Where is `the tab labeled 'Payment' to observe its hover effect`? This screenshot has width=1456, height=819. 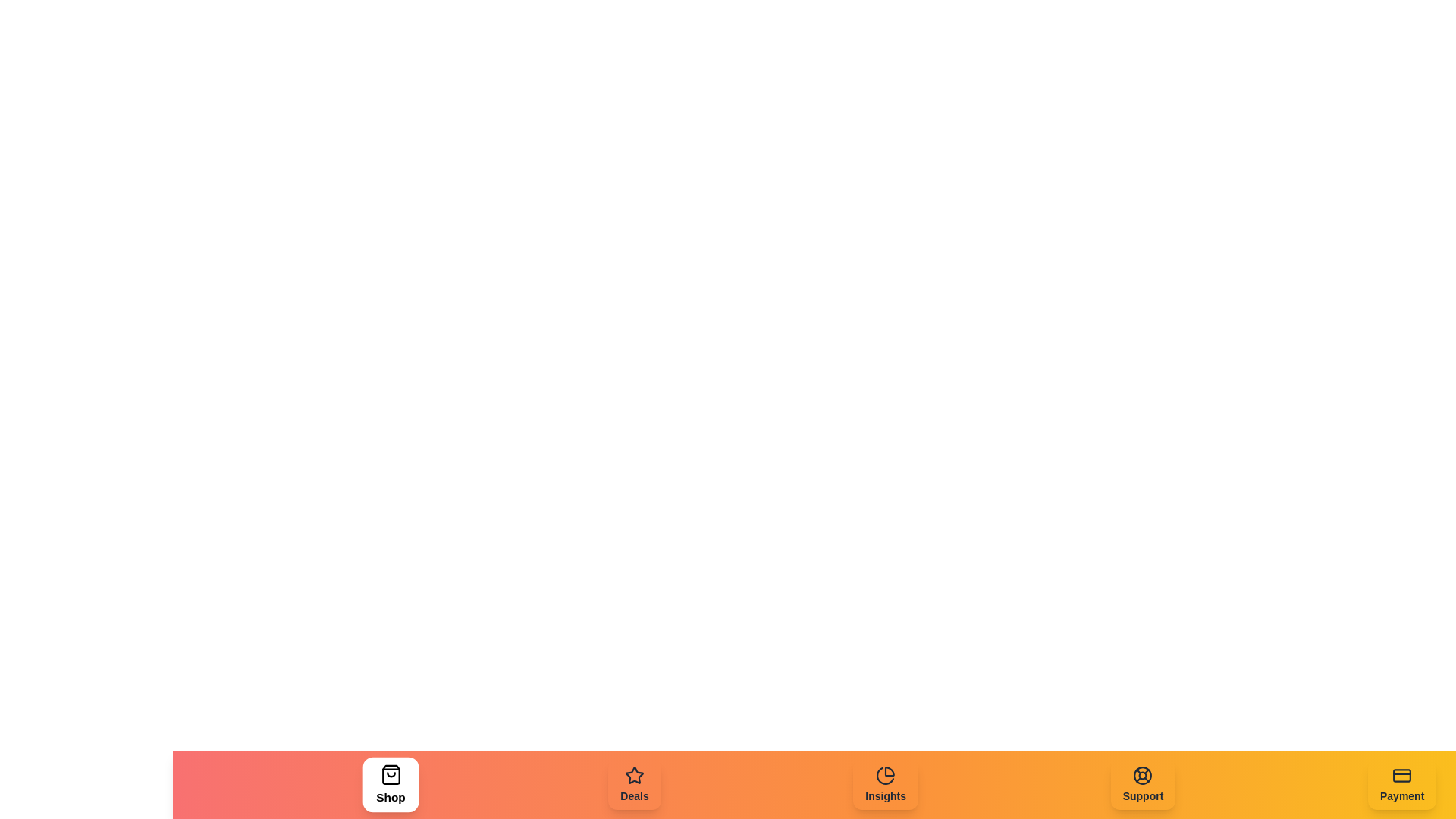
the tab labeled 'Payment' to observe its hover effect is located at coordinates (1401, 784).